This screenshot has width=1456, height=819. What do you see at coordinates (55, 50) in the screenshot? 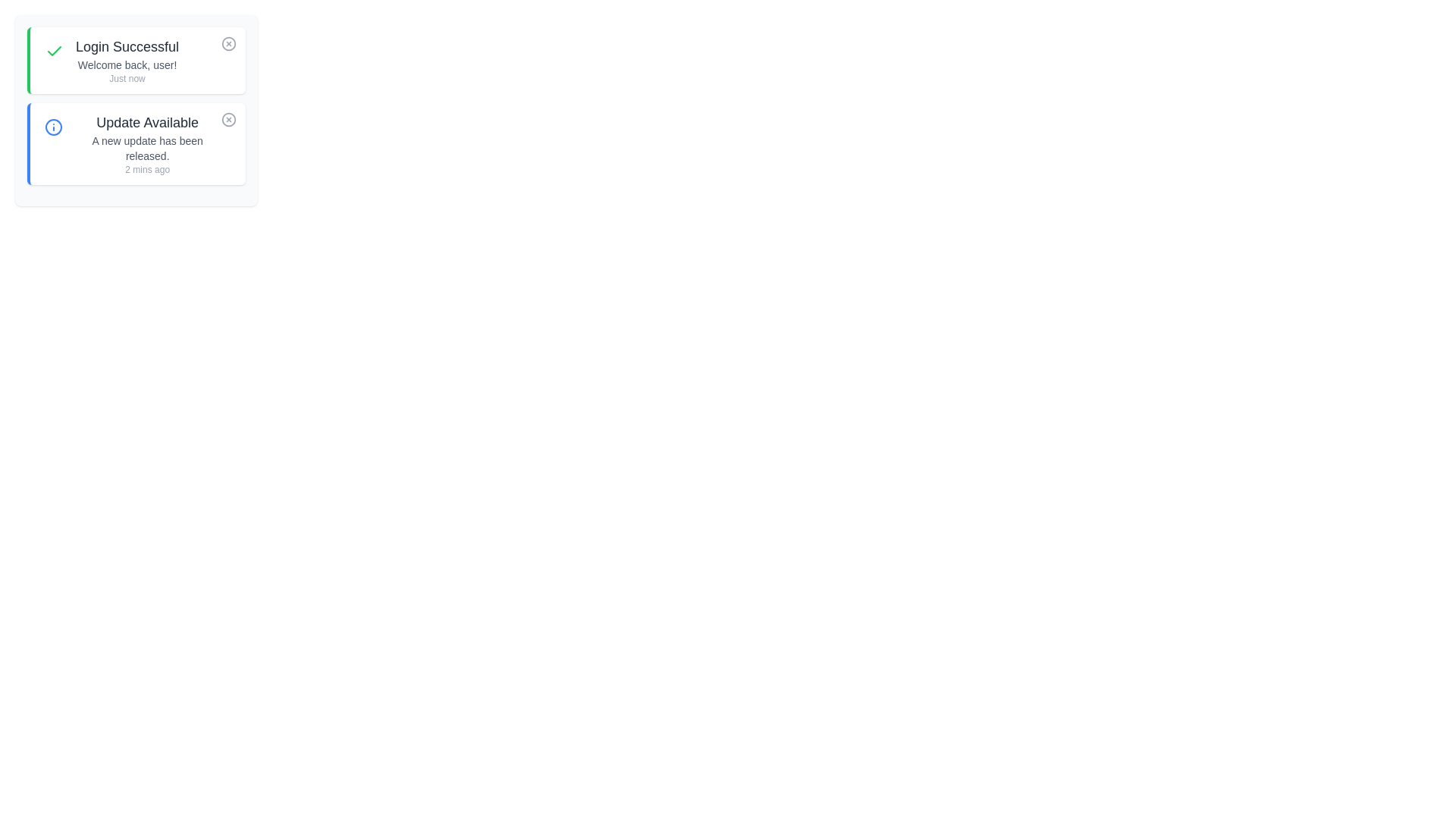
I see `the checkmark icon within the 'Login Successful' card, which is styled with a thin stroke and green coloring, indicating a successful action` at bounding box center [55, 50].